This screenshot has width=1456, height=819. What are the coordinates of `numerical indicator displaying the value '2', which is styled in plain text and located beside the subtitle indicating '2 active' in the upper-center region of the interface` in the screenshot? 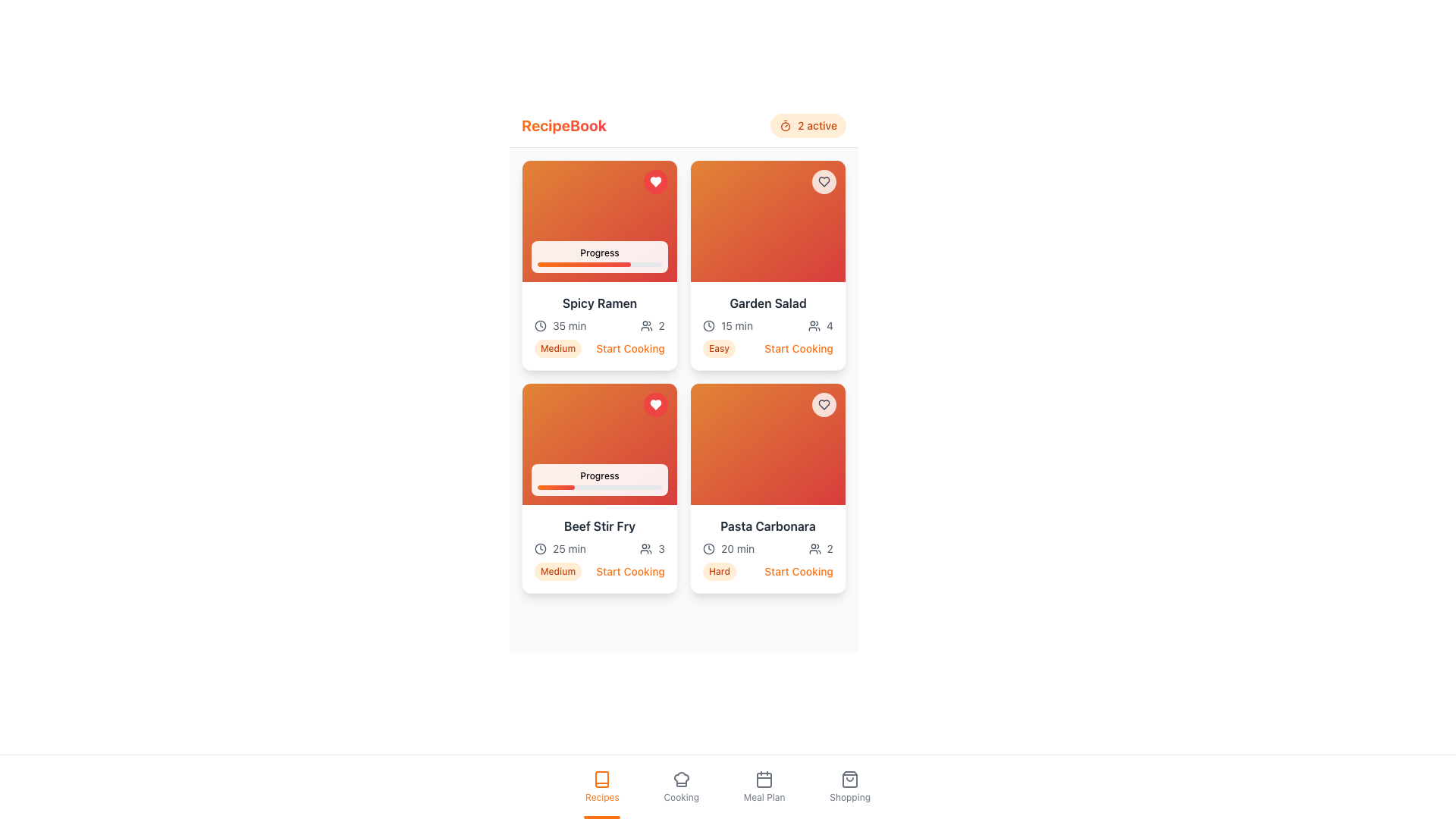 It's located at (829, 549).